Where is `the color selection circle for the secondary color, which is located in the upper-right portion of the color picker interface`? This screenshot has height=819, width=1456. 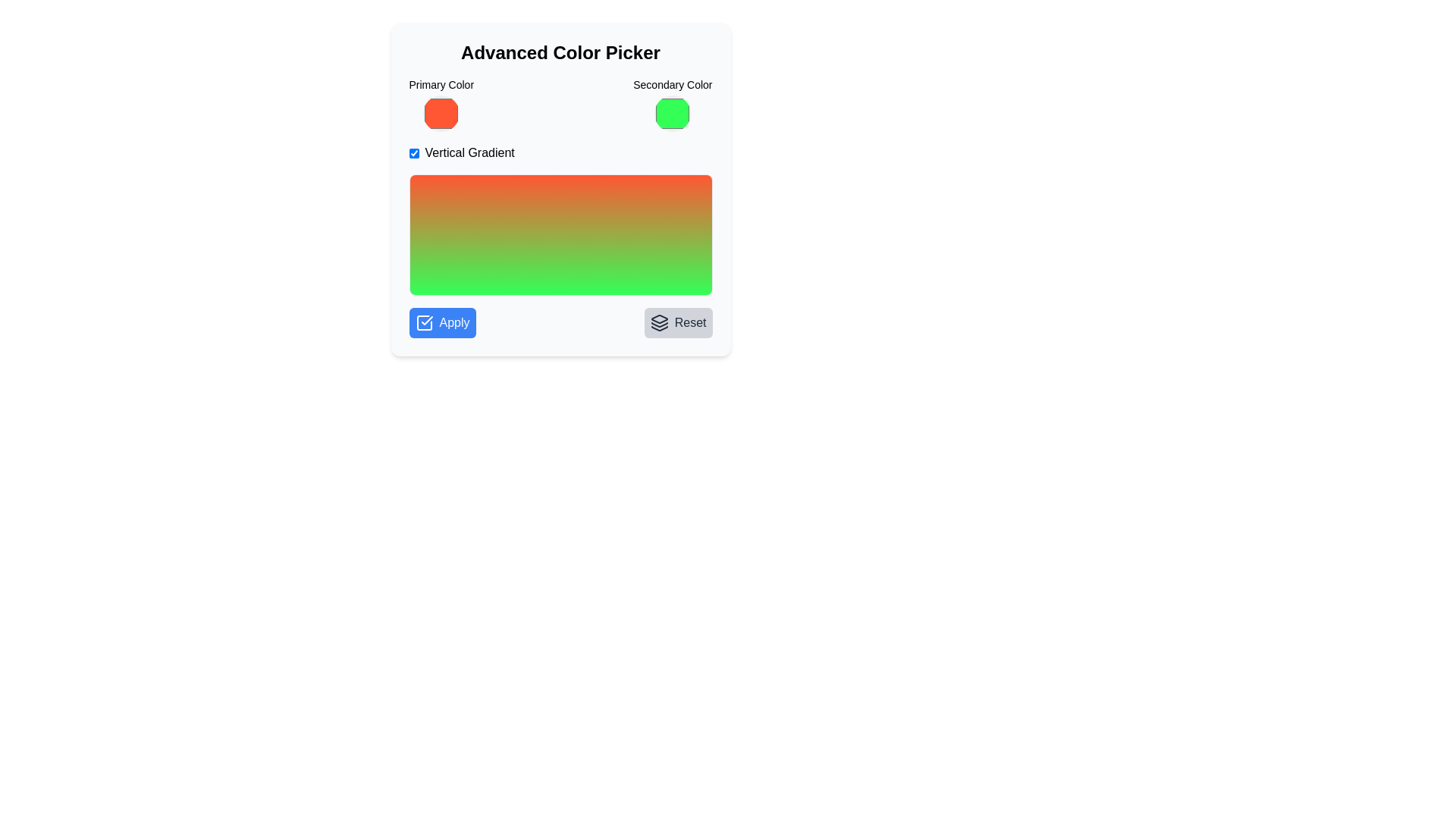
the color selection circle for the secondary color, which is located in the upper-right portion of the color picker interface is located at coordinates (672, 104).